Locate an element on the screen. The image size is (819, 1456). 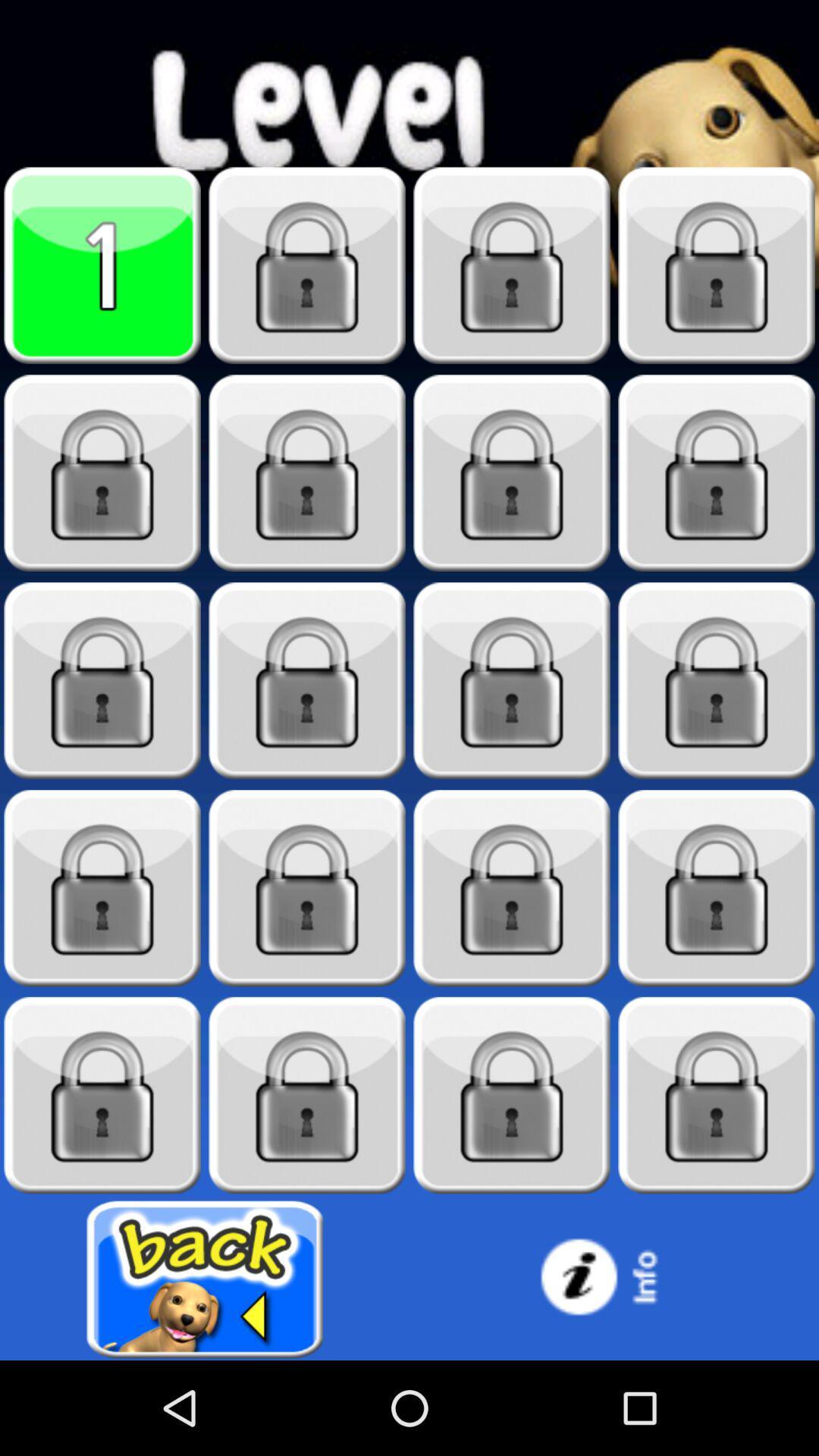
unlock is located at coordinates (512, 472).